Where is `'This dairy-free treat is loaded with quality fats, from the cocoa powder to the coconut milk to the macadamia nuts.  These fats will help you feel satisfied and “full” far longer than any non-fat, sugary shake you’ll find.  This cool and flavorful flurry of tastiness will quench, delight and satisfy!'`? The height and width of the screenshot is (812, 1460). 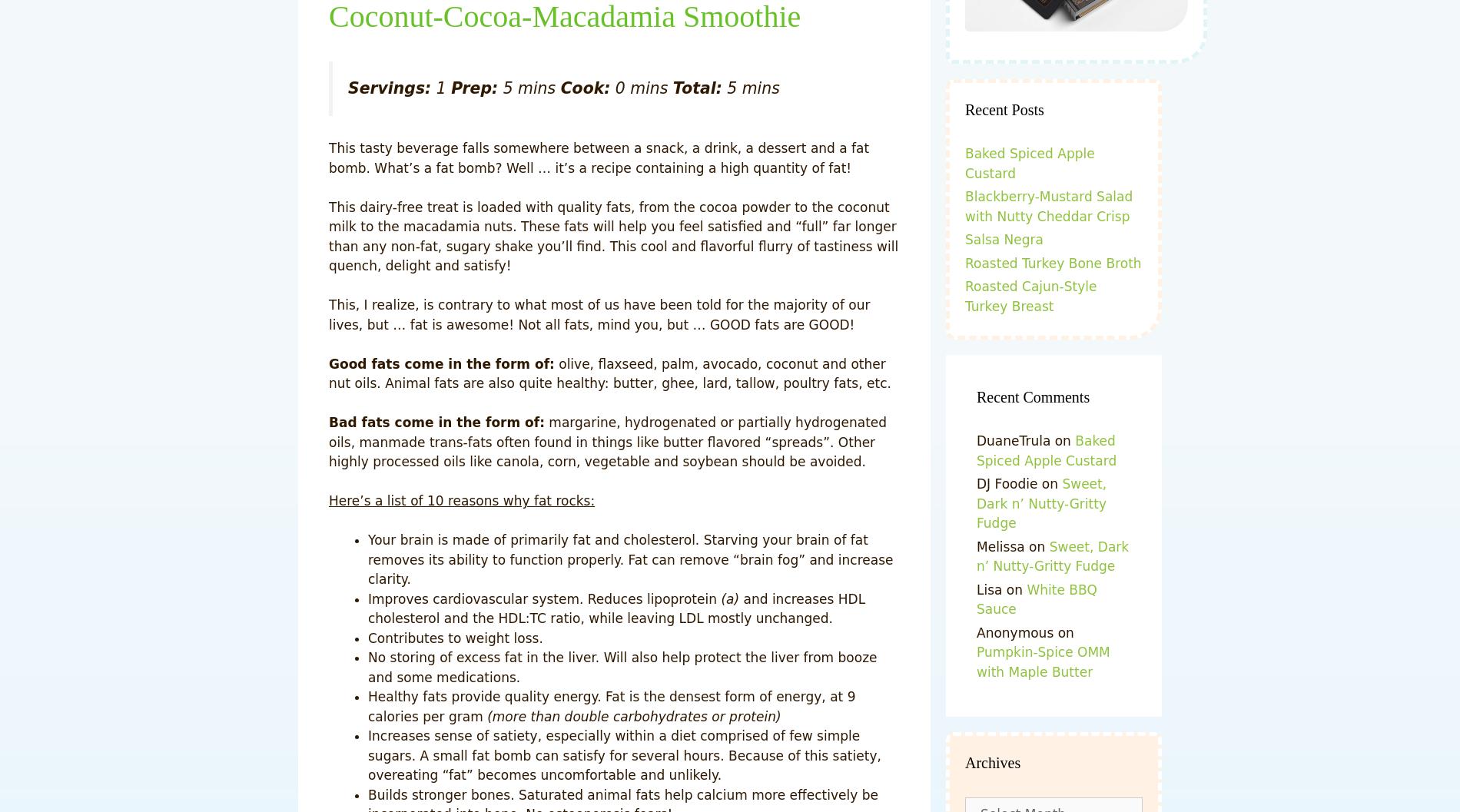 'This dairy-free treat is loaded with quality fats, from the cocoa powder to the coconut milk to the macadamia nuts.  These fats will help you feel satisfied and “full” far longer than any non-fat, sugary shake you’ll find.  This cool and flavorful flurry of tastiness will quench, delight and satisfy!' is located at coordinates (612, 236).